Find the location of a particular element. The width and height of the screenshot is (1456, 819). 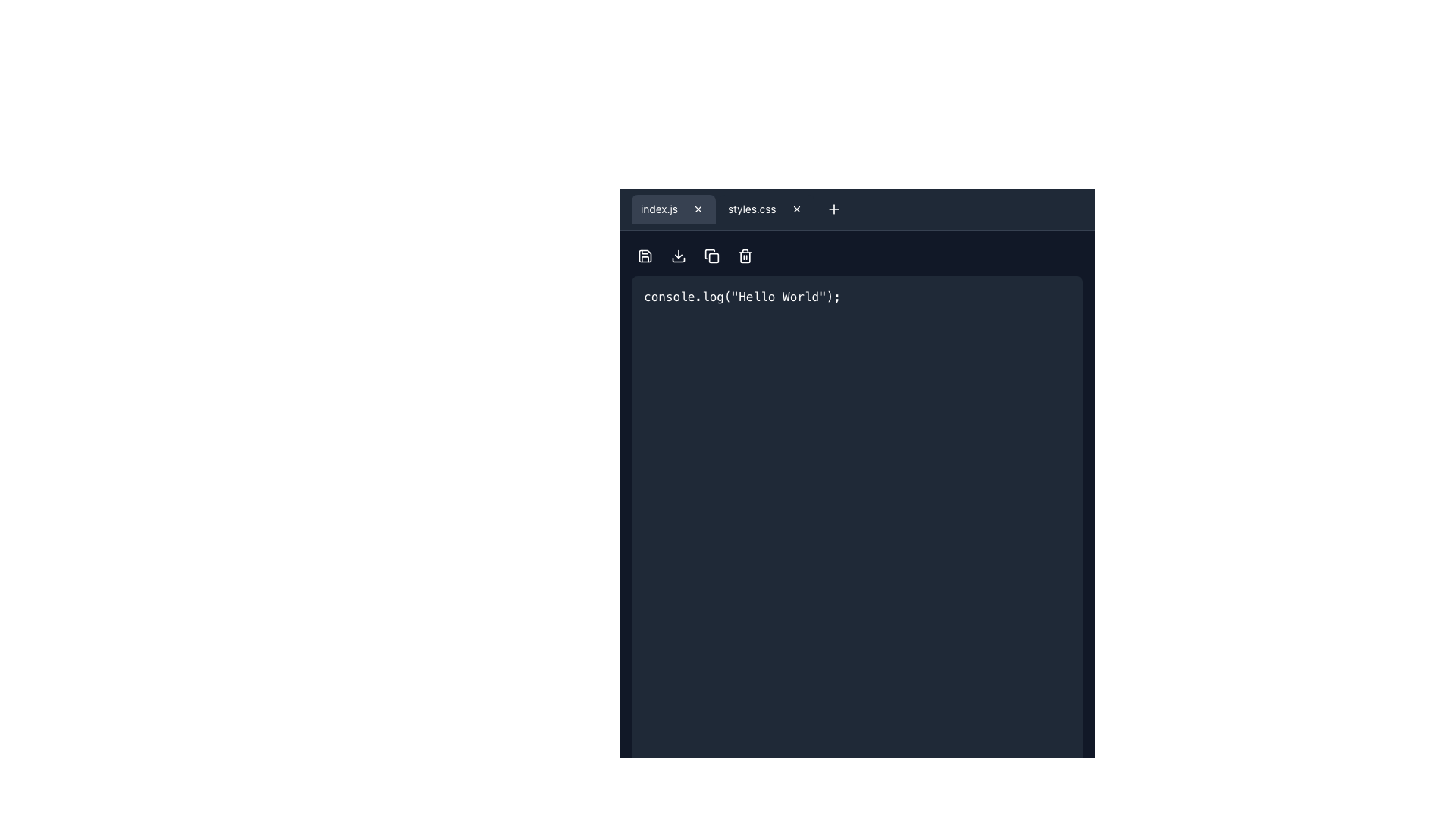

the 'styles.css' tab in the tabbed interface is located at coordinates (722, 209).